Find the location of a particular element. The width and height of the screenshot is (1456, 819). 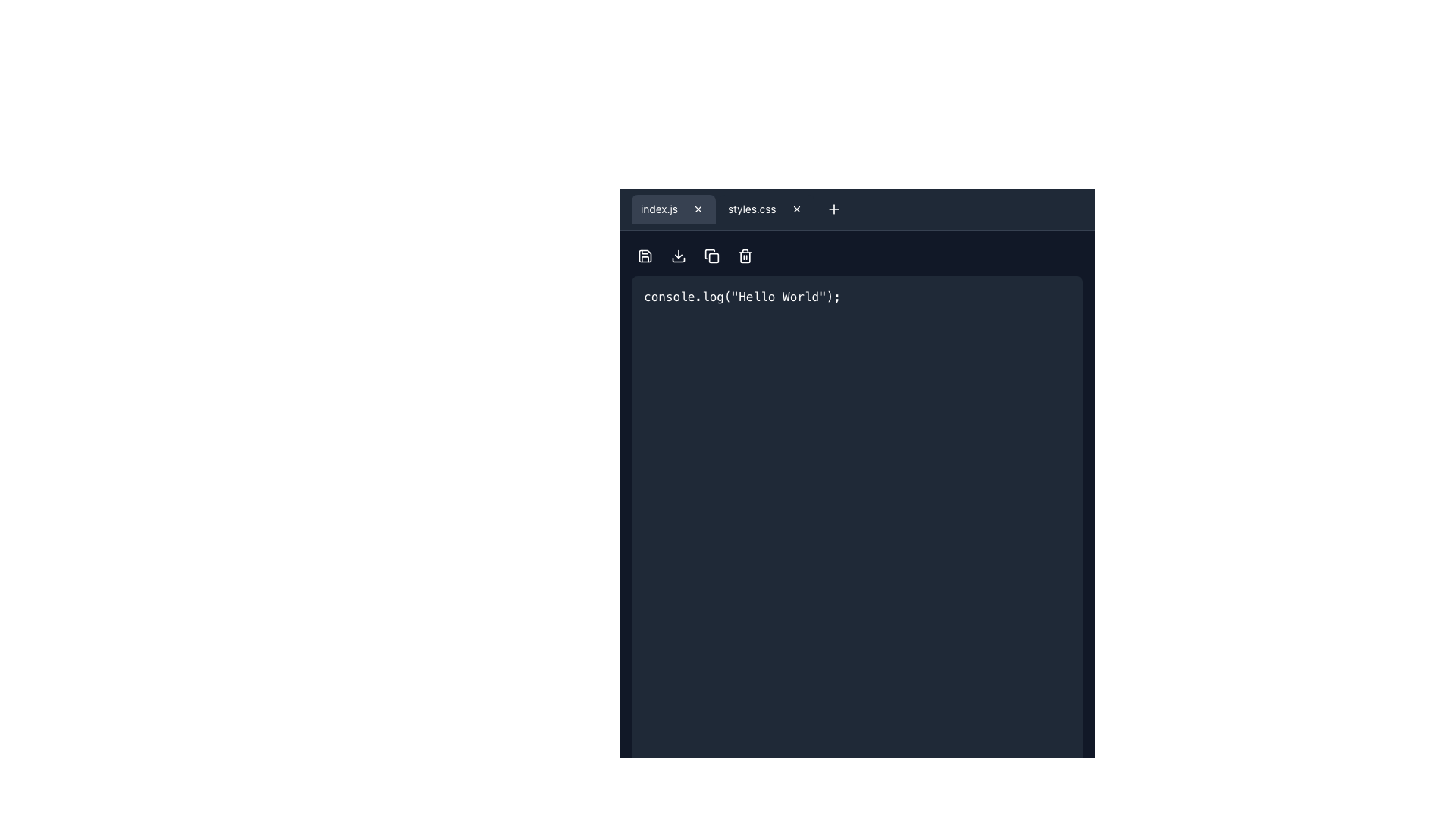

the 'styles.css' tab in the tabbed interface is located at coordinates (722, 209).